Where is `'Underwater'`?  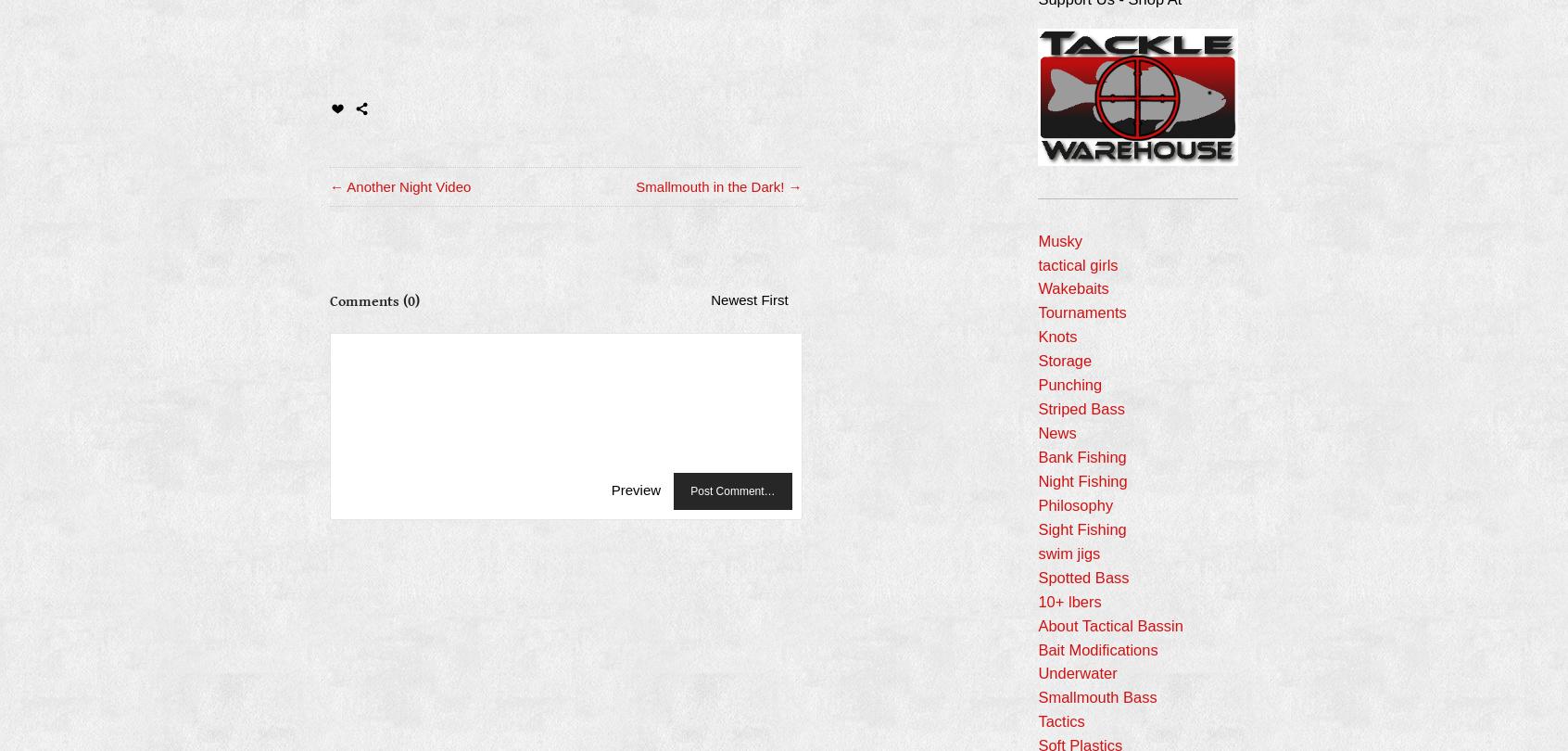 'Underwater' is located at coordinates (1076, 672).